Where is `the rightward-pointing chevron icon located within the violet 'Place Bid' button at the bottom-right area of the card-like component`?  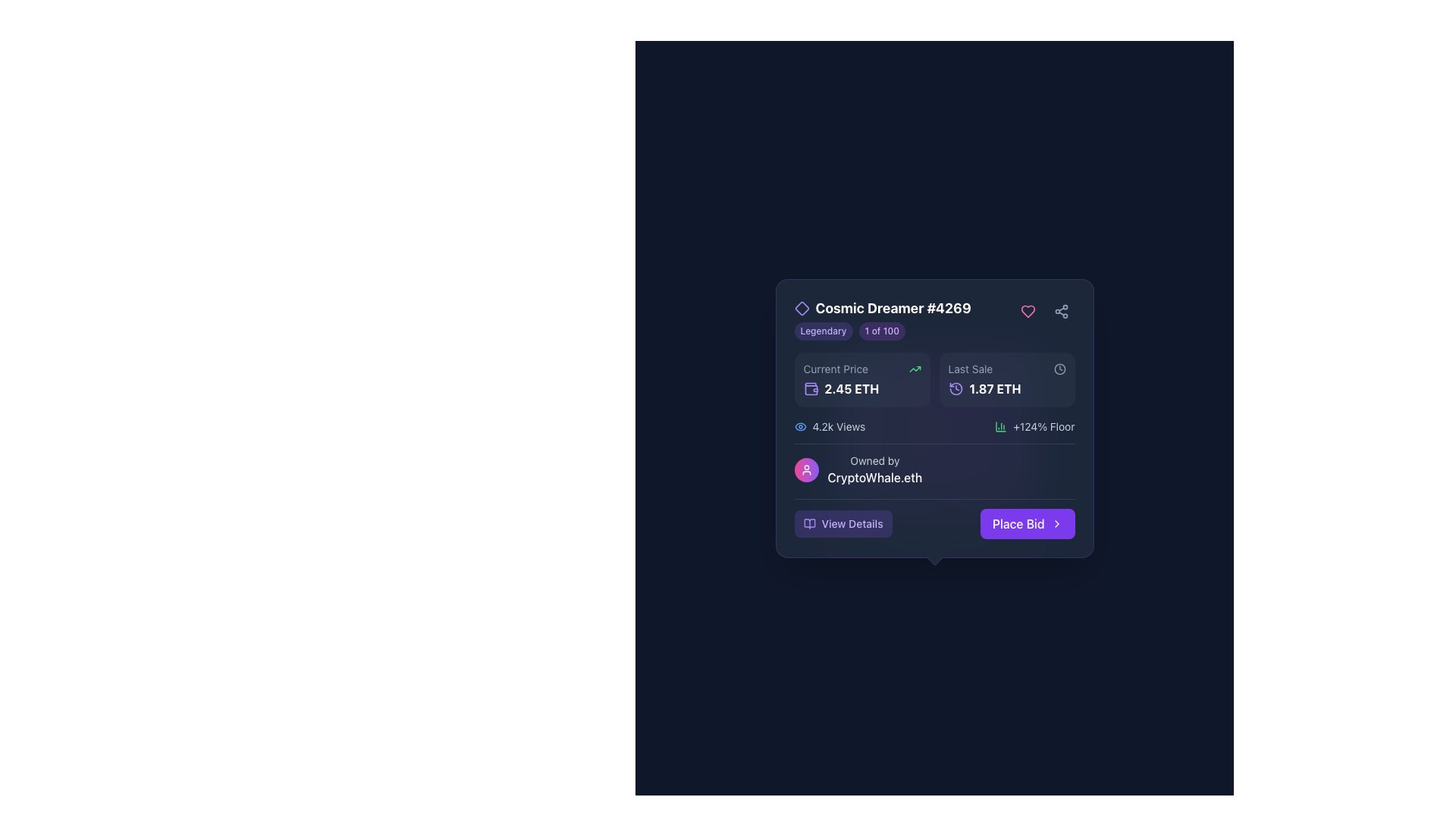 the rightward-pointing chevron icon located within the violet 'Place Bid' button at the bottom-right area of the card-like component is located at coordinates (1056, 522).